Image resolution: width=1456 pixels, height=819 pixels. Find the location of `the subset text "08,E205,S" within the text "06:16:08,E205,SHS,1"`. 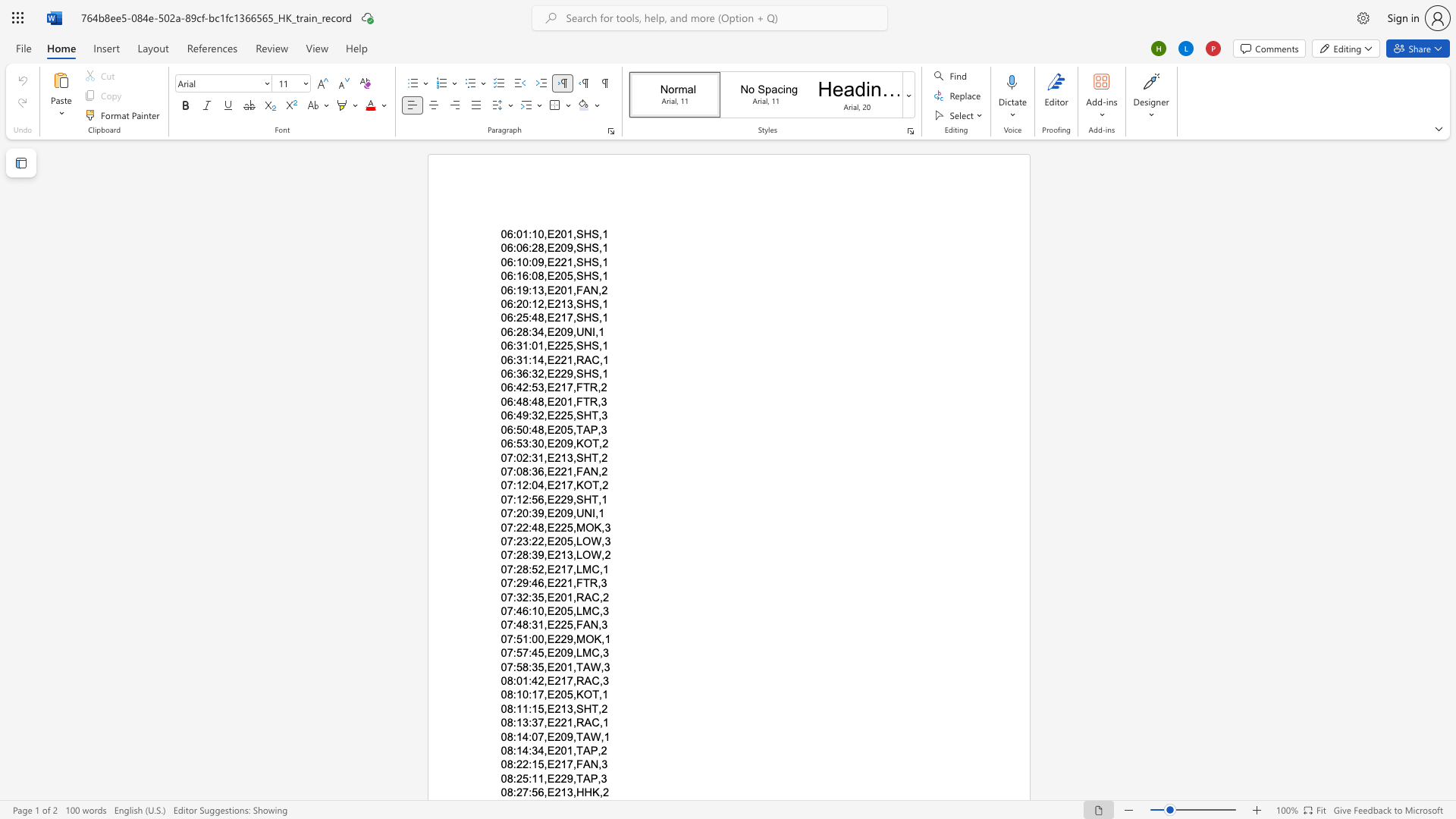

the subset text "08,E205,S" within the text "06:16:08,E205,SHS,1" is located at coordinates (532, 276).